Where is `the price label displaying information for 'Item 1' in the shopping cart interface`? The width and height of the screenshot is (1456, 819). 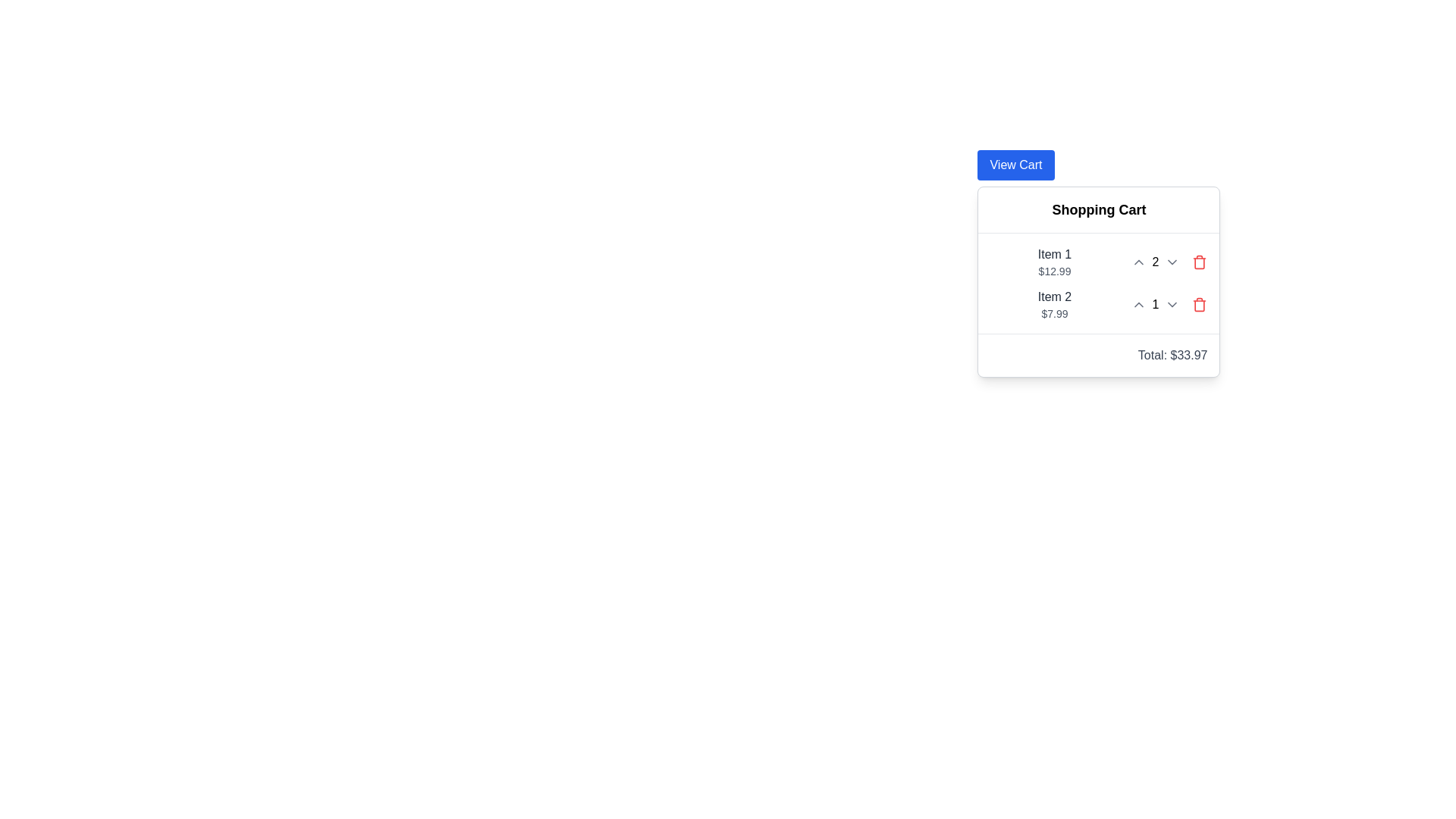
the price label displaying information for 'Item 1' in the shopping cart interface is located at coordinates (1054, 271).